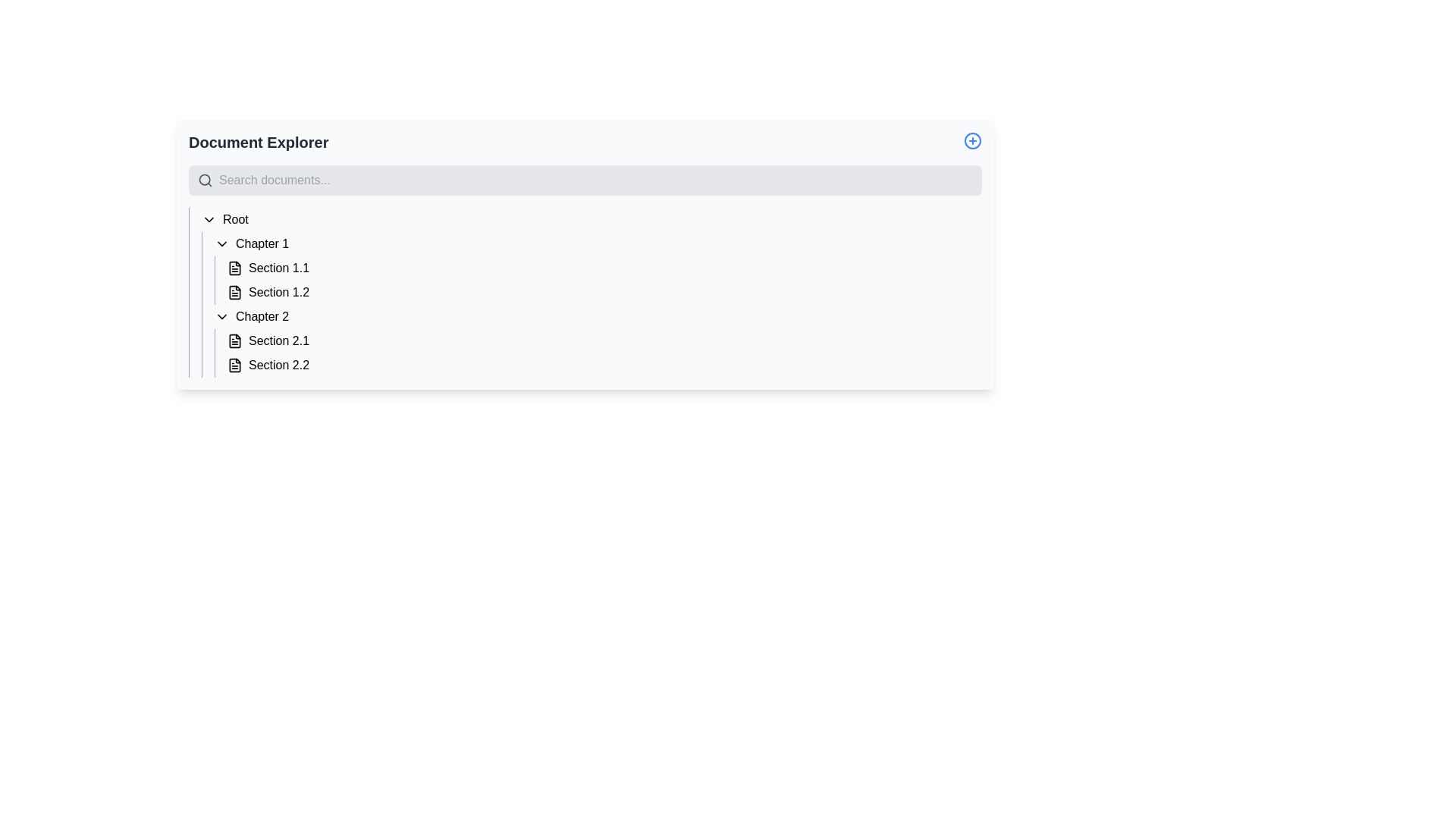  What do you see at coordinates (234, 268) in the screenshot?
I see `the file icon representing a document in the 'Document Explorer' interface, located under 'Chapter 1' and adjacent to 'Section 1.1'` at bounding box center [234, 268].